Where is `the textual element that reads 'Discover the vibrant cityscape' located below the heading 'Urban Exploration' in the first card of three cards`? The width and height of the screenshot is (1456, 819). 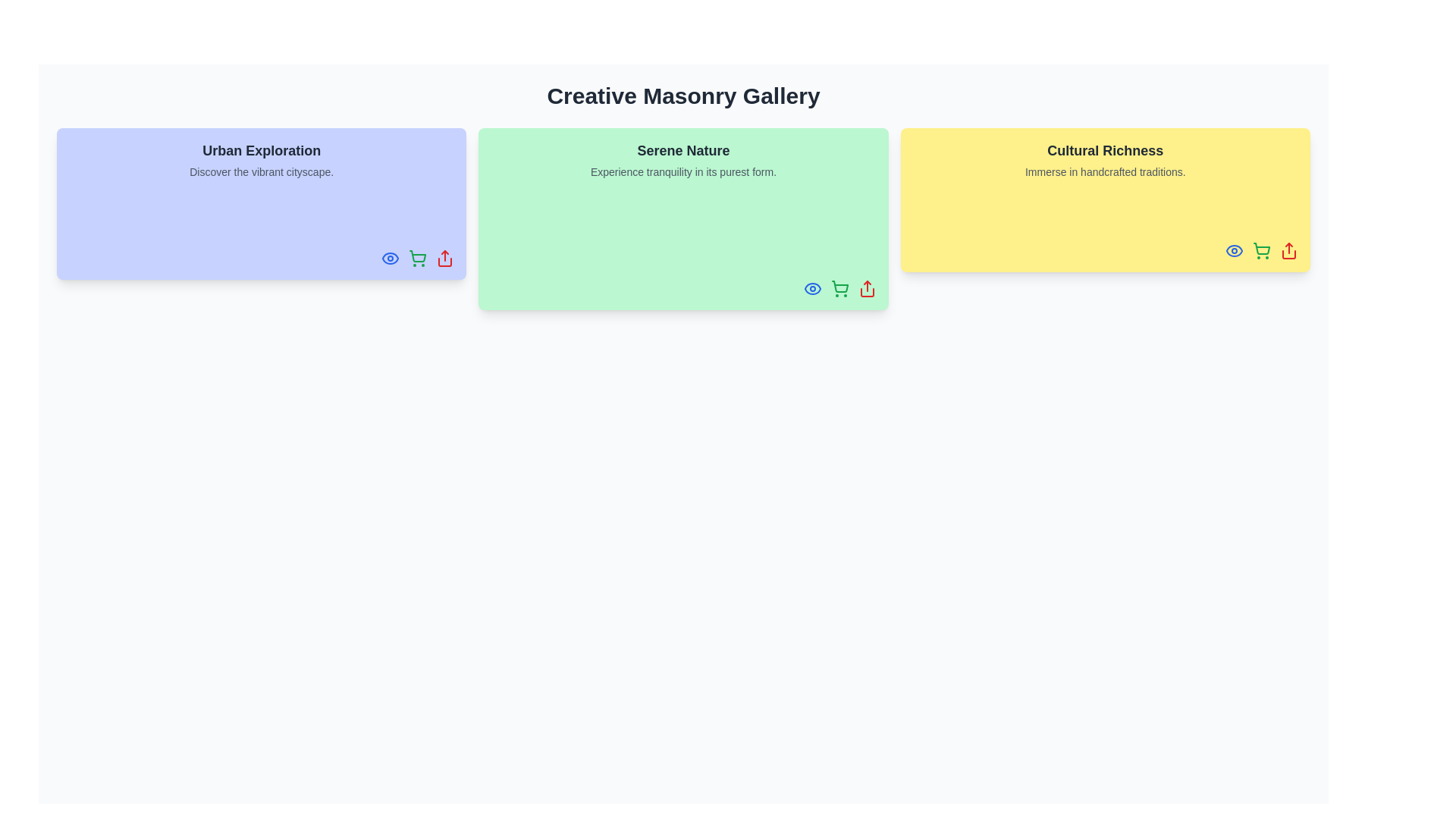 the textual element that reads 'Discover the vibrant cityscape' located below the heading 'Urban Exploration' in the first card of three cards is located at coordinates (262, 171).